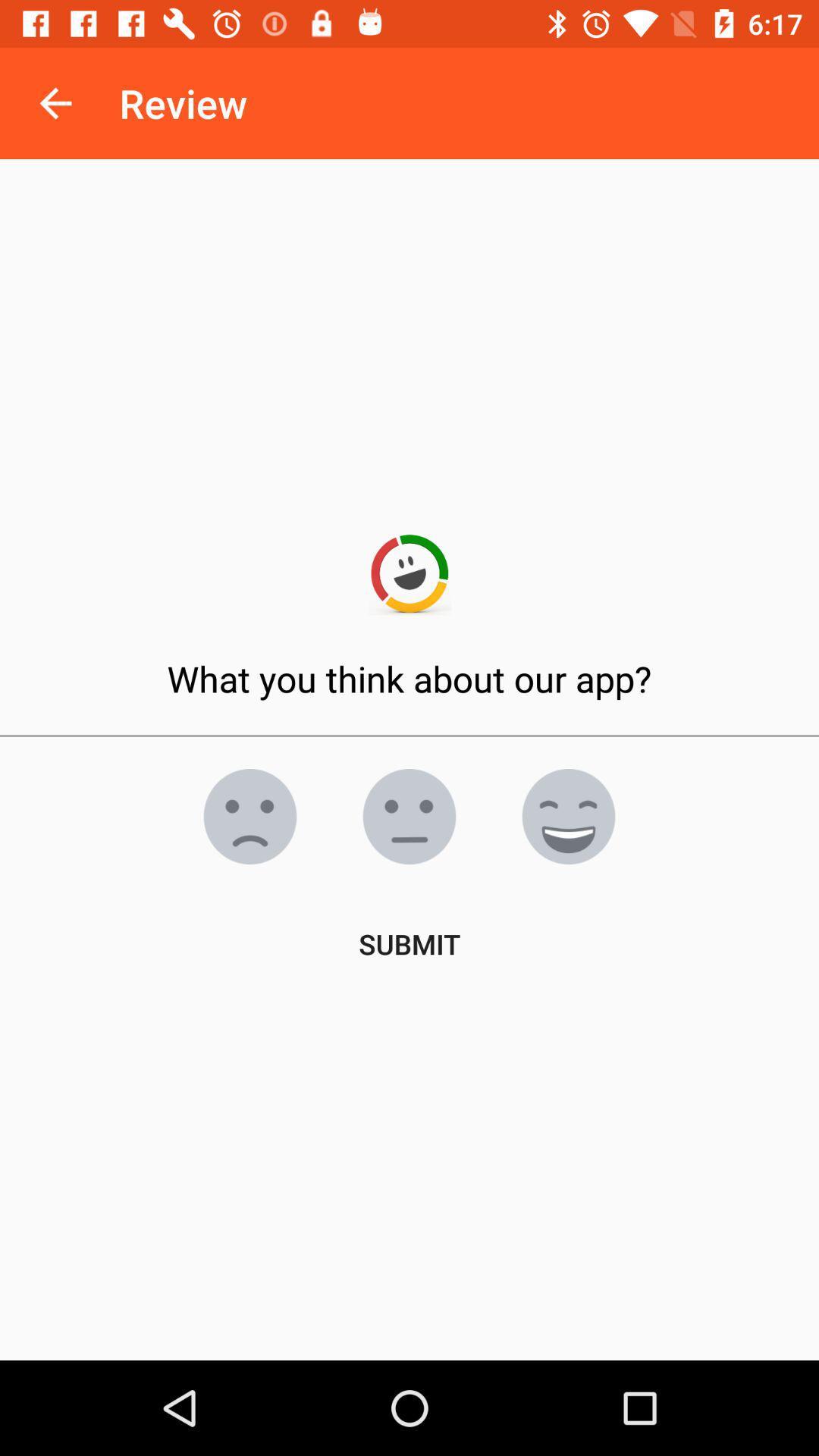  Describe the element at coordinates (249, 815) in the screenshot. I see `emoji` at that location.